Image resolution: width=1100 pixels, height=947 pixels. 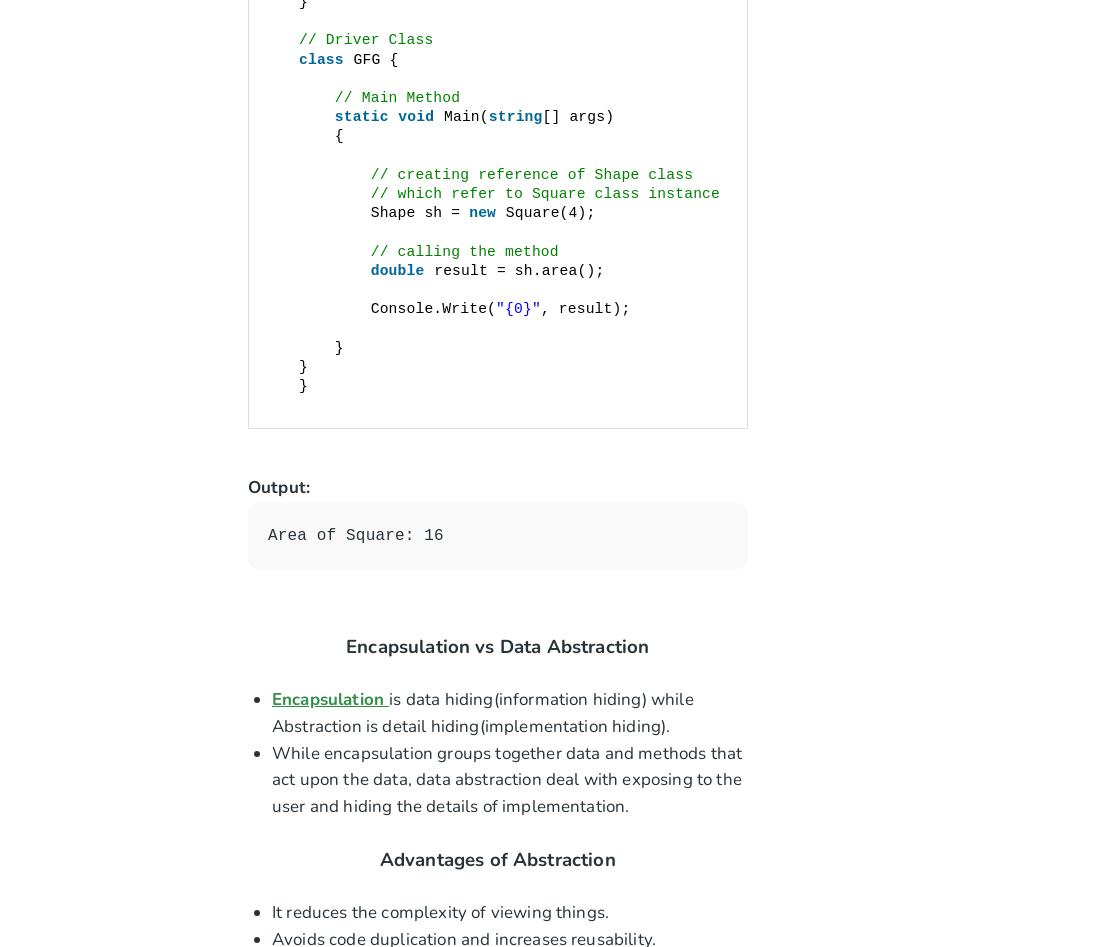 I want to click on 'Output:', so click(x=277, y=486).